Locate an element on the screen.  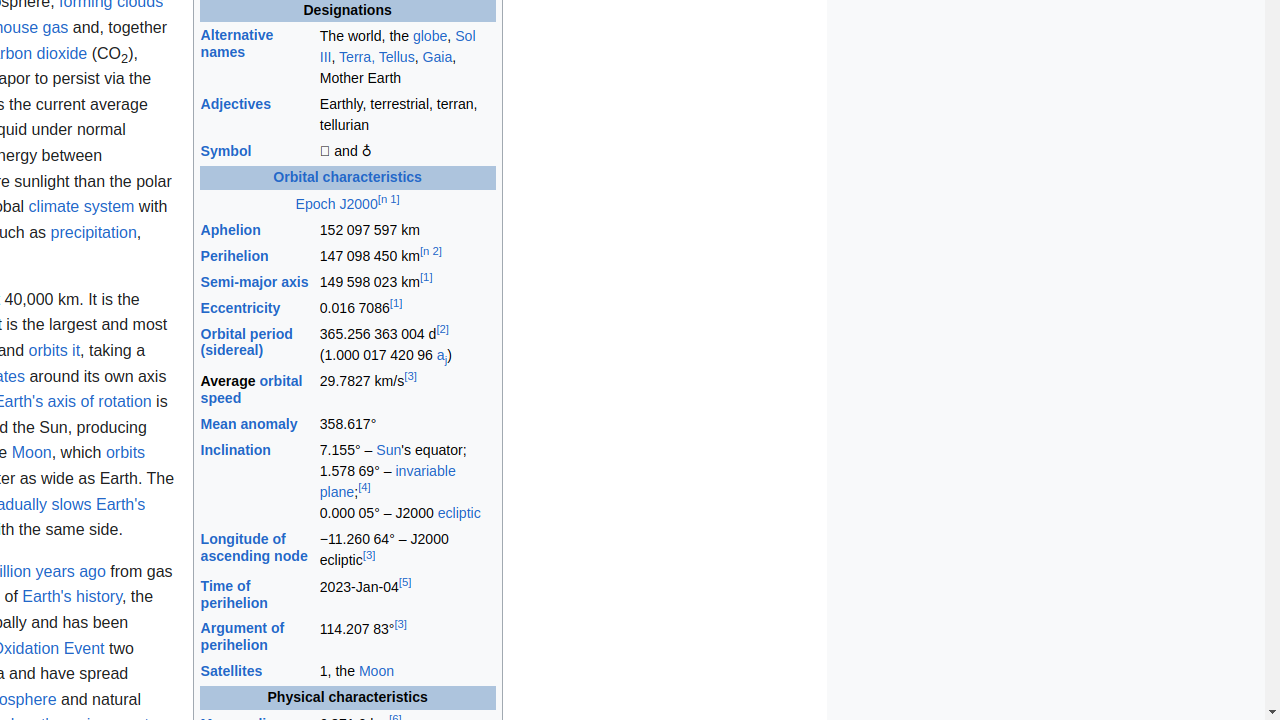
'Semi-major axis' is located at coordinates (253, 281).